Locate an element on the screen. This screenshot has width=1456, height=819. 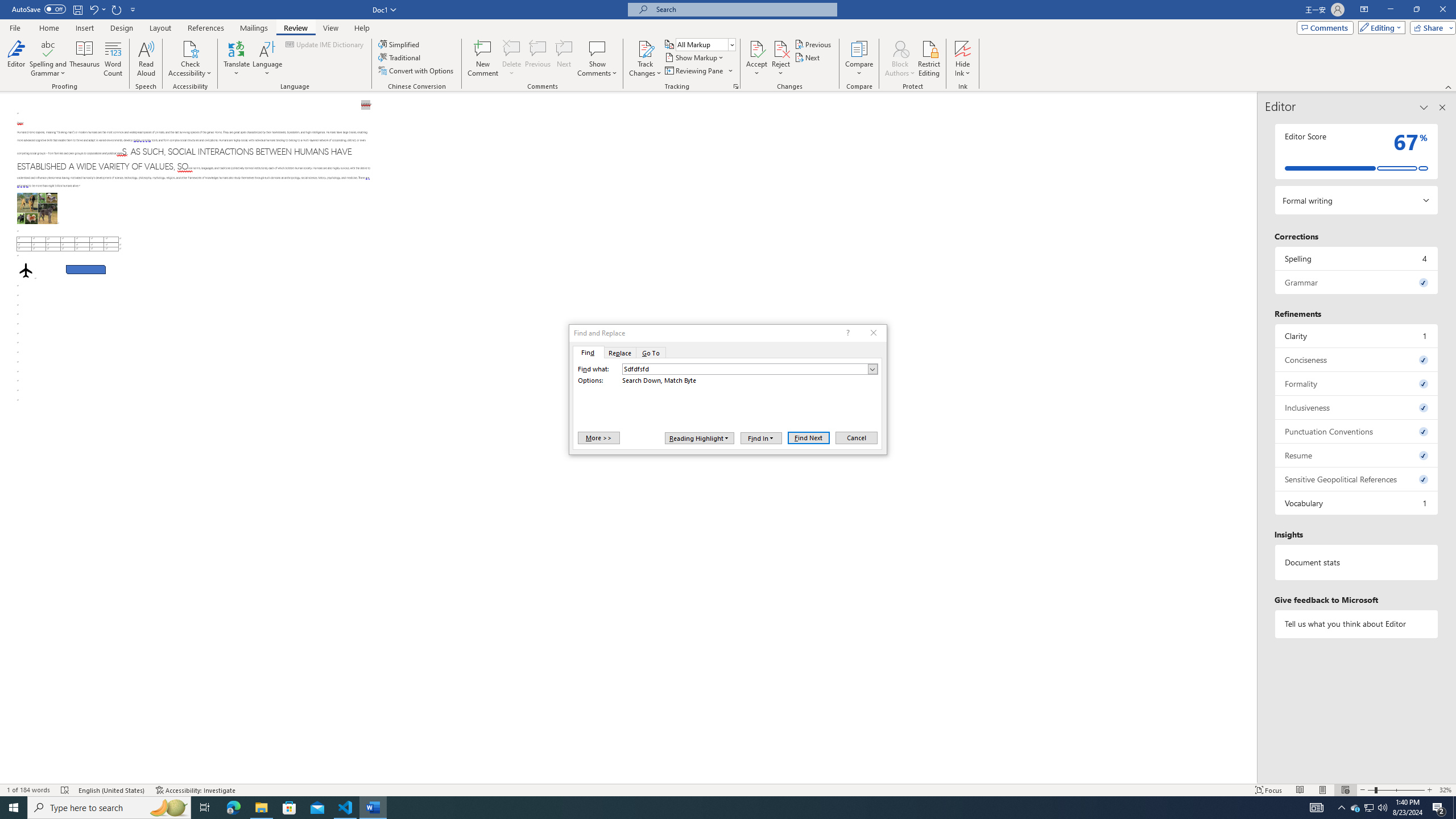
'Reviewing Pane' is located at coordinates (698, 69).